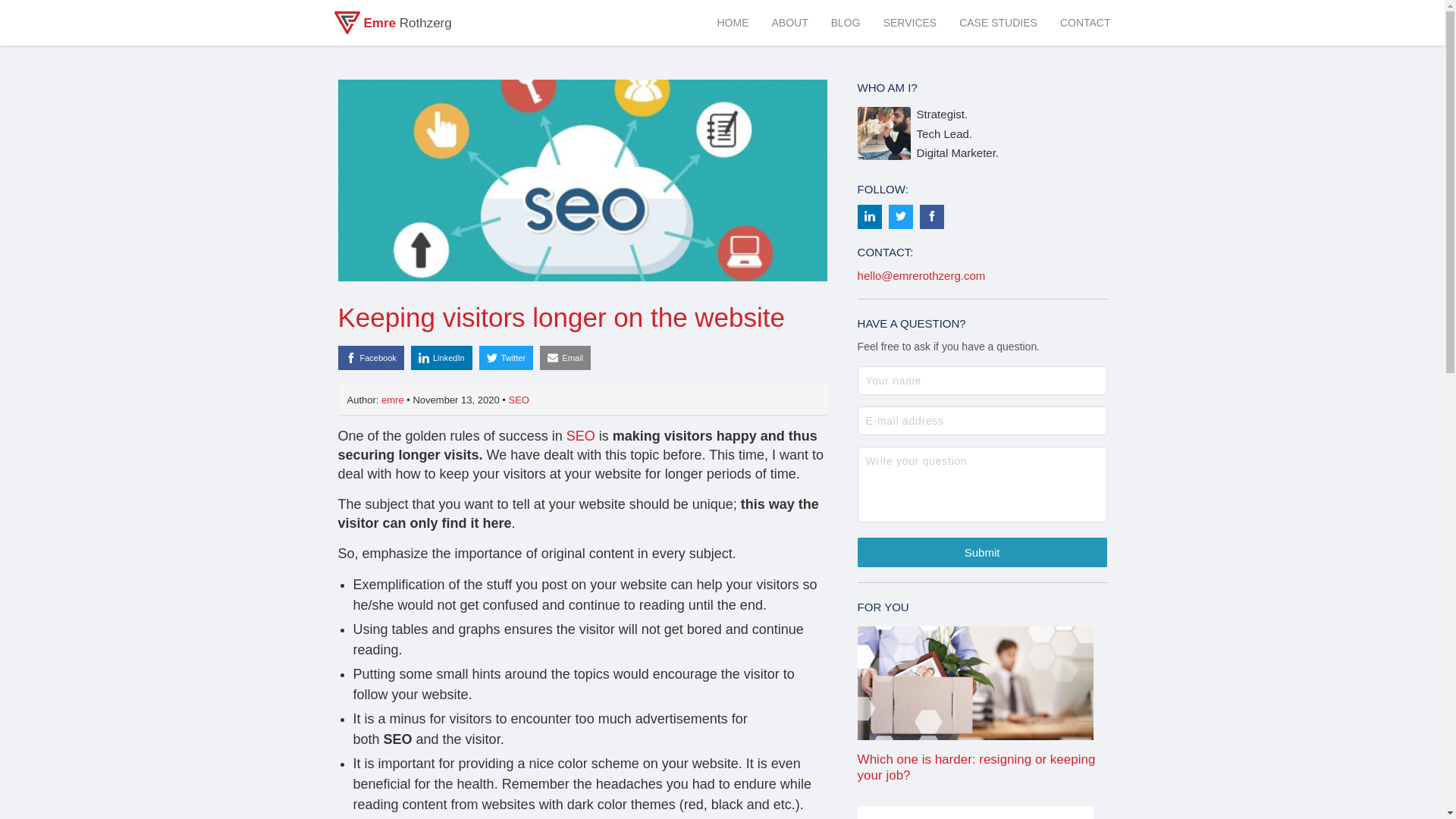 The width and height of the screenshot is (1456, 819). Describe the element at coordinates (518, 399) in the screenshot. I see `'SEO'` at that location.